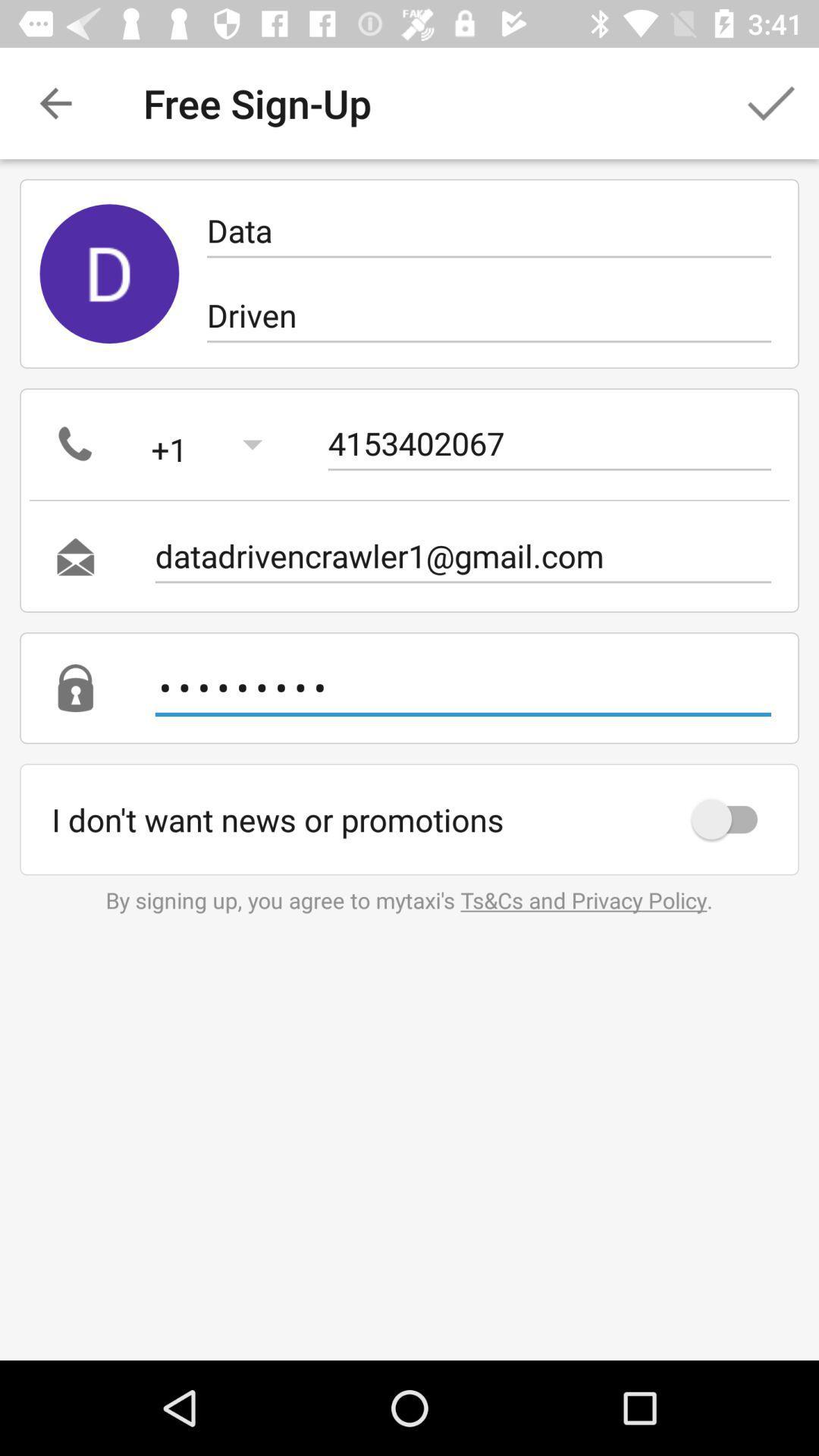  What do you see at coordinates (771, 102) in the screenshot?
I see `item next to the free sign-up icon` at bounding box center [771, 102].